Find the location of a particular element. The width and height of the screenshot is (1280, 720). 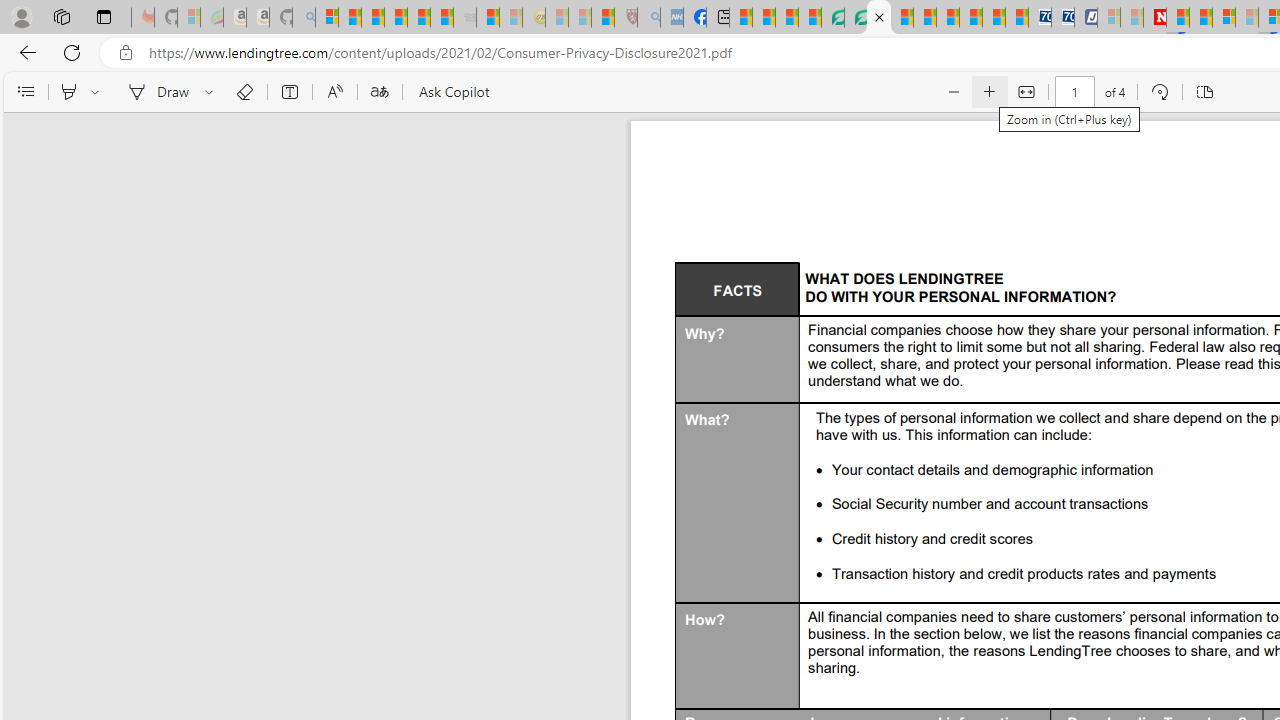

'Translate' is located at coordinates (379, 92).